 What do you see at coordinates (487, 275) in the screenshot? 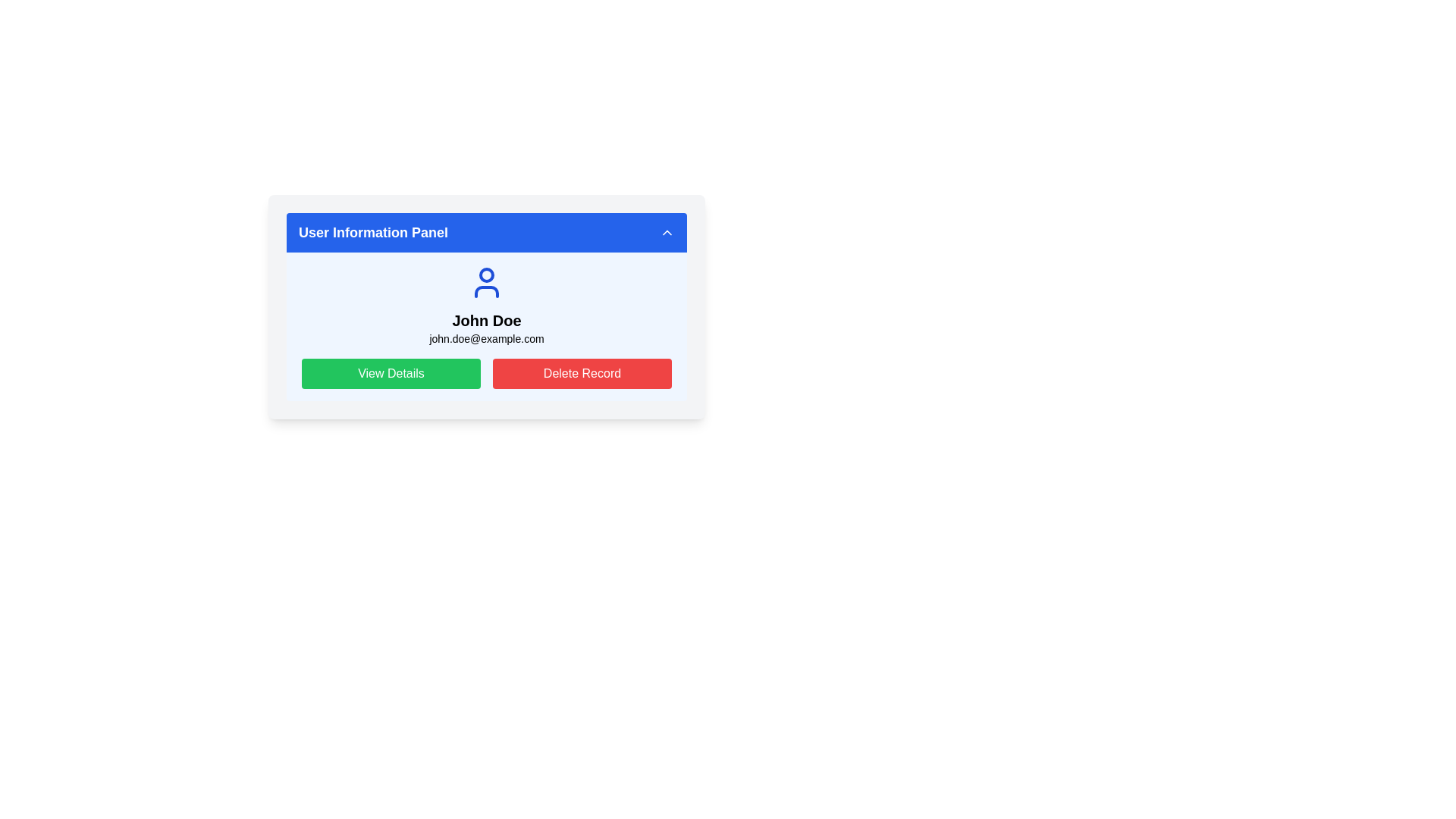
I see `the circular graphic element with a blue outline that is centered within the user's avatar icon, located below the 'User Information Panel' and above the text 'John Doe'` at bounding box center [487, 275].